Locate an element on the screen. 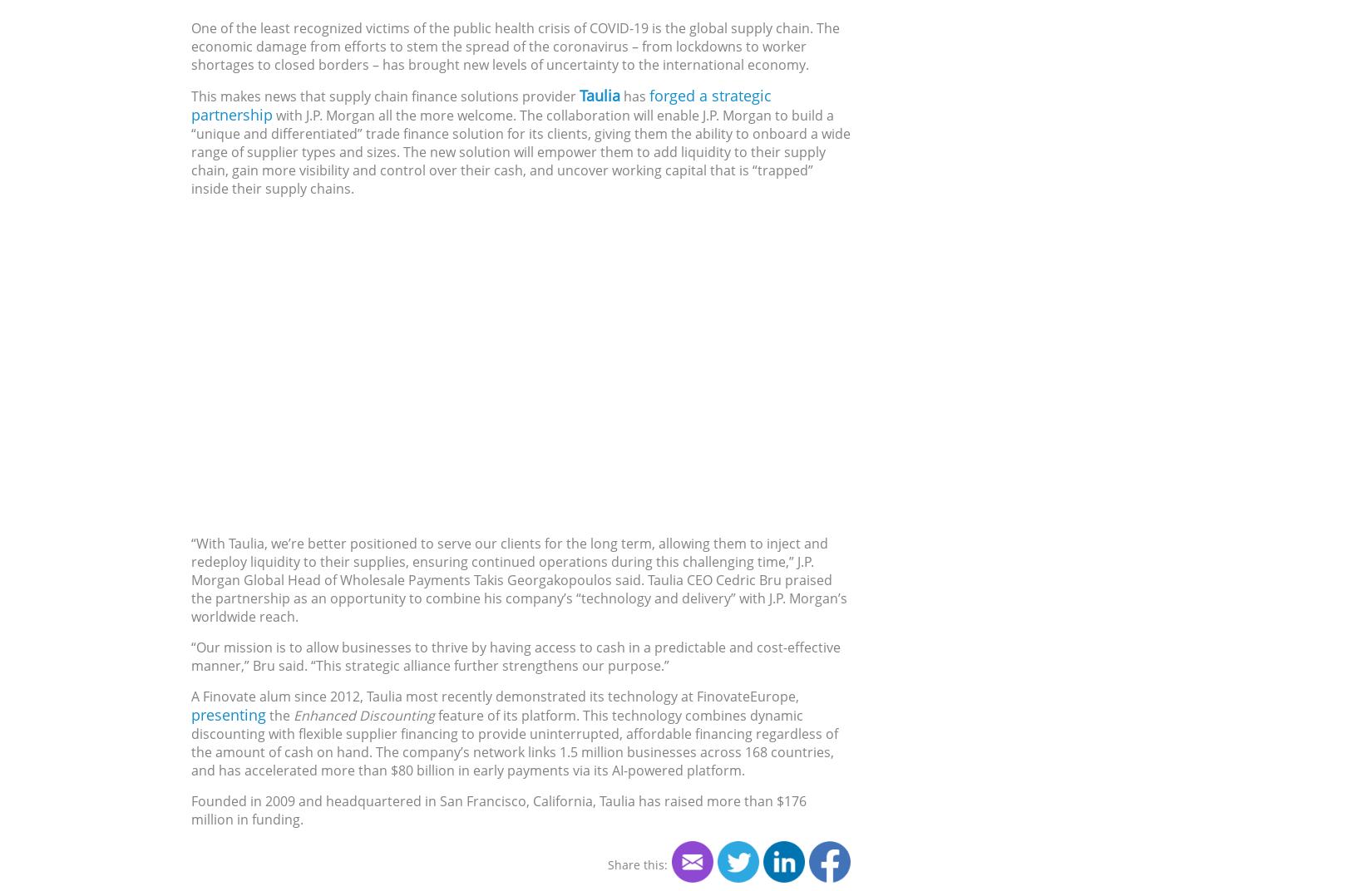 The height and width of the screenshot is (891, 1372). 'presenting' is located at coordinates (229, 712).